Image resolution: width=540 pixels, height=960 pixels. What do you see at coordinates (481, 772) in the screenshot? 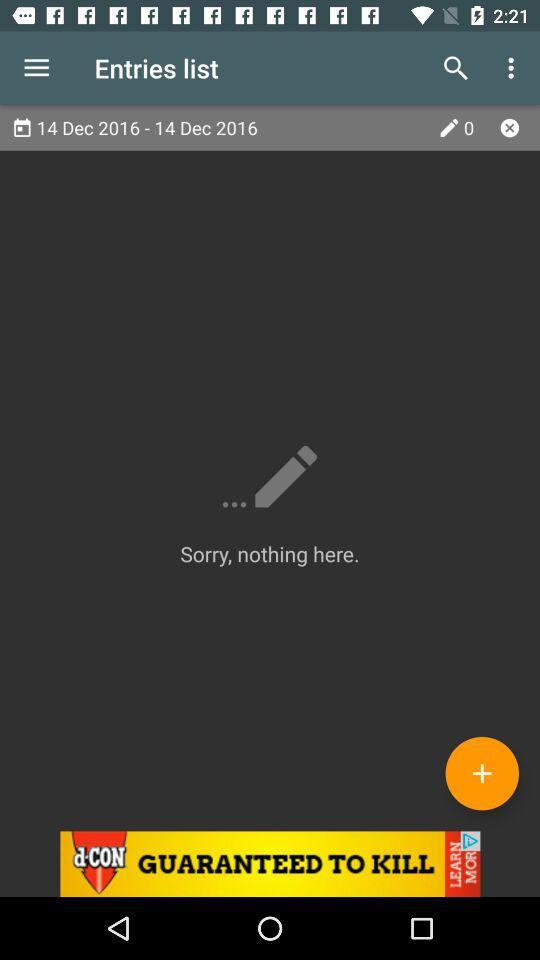
I see `icon` at bounding box center [481, 772].